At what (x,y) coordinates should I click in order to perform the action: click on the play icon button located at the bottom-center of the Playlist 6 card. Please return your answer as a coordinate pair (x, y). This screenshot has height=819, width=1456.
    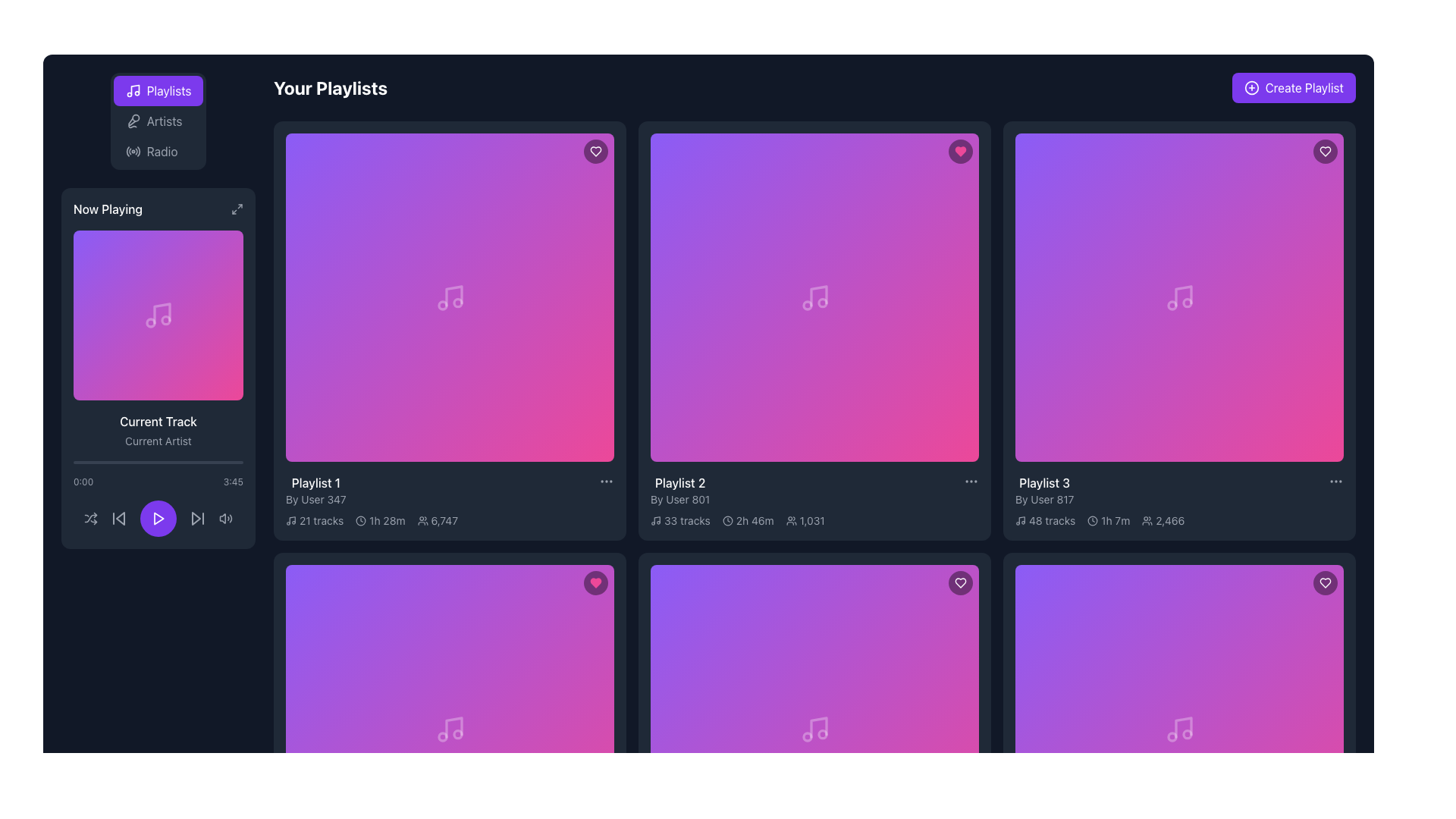
    Looking at the image, I should click on (814, 728).